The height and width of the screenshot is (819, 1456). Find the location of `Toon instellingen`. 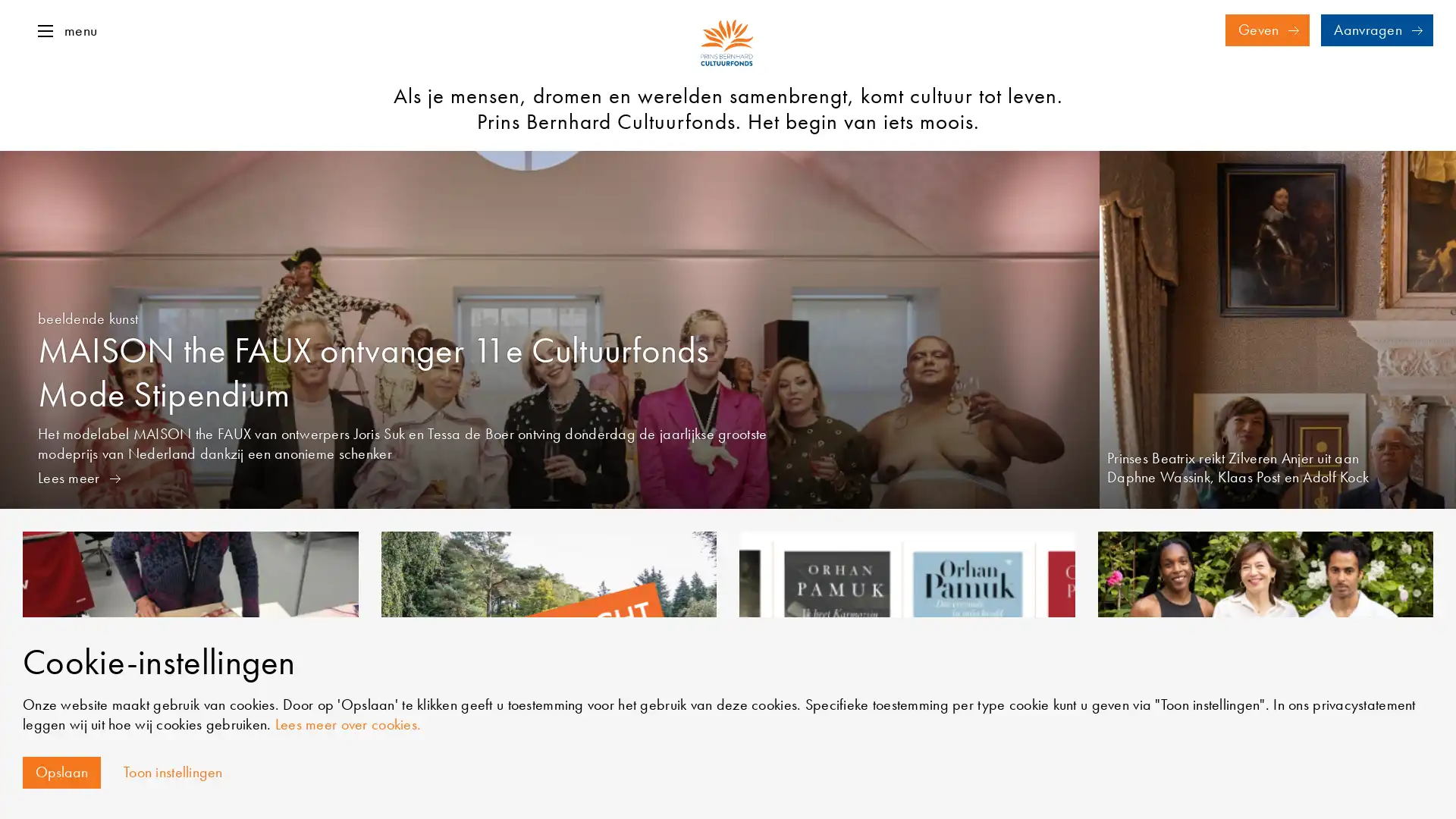

Toon instellingen is located at coordinates (161, 772).